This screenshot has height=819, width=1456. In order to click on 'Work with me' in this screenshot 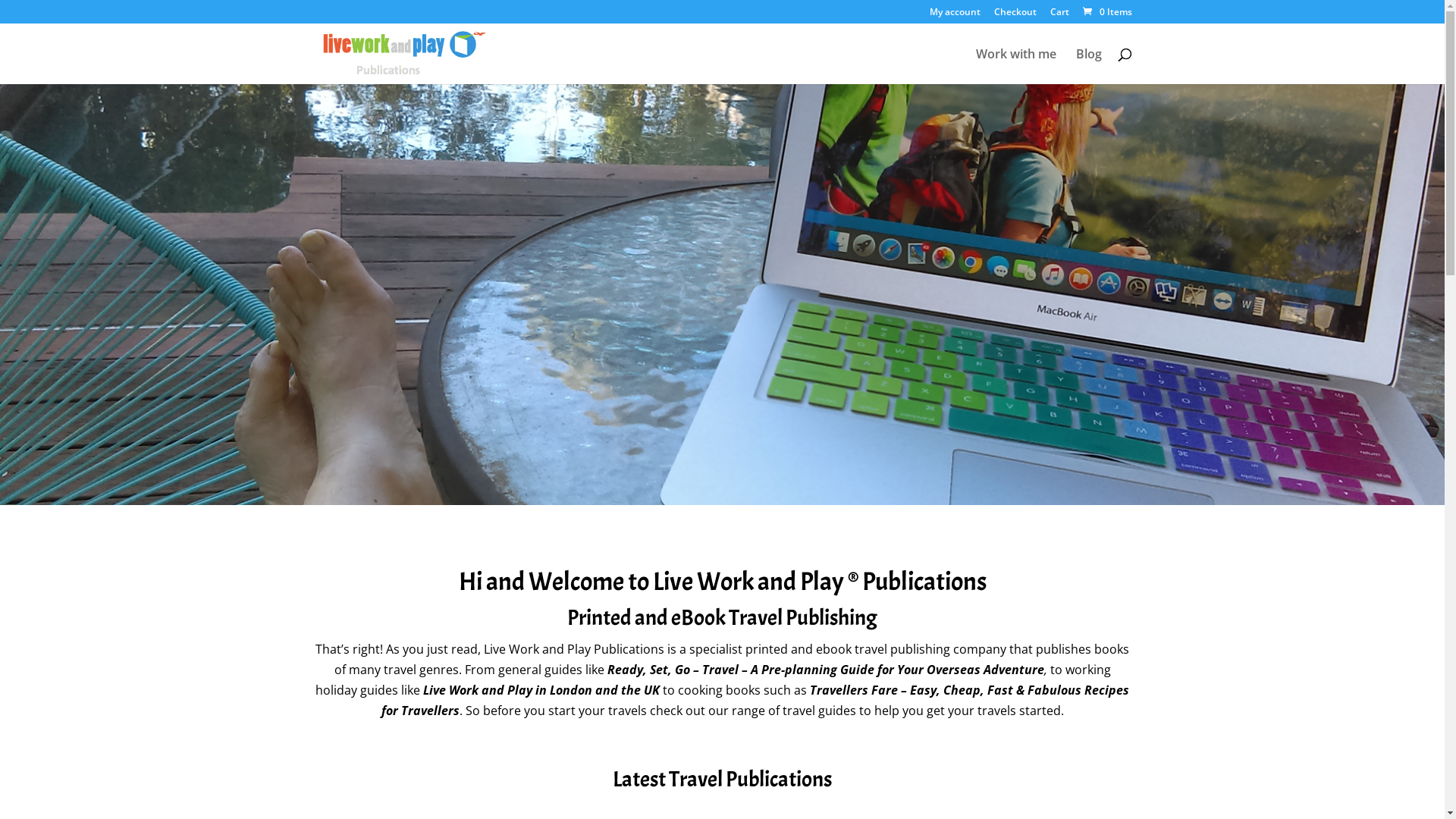, I will do `click(975, 65)`.